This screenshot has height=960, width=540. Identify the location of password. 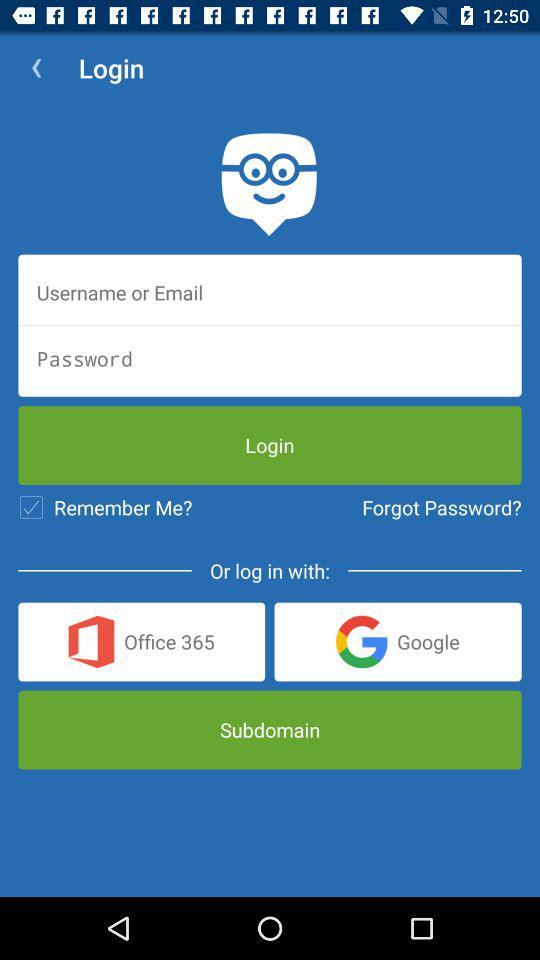
(270, 358).